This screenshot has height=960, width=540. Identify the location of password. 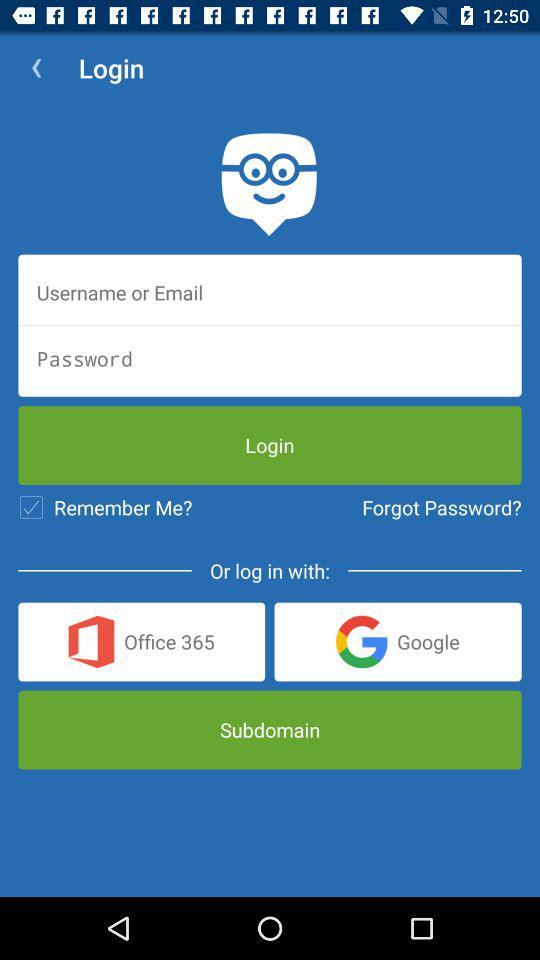
(270, 358).